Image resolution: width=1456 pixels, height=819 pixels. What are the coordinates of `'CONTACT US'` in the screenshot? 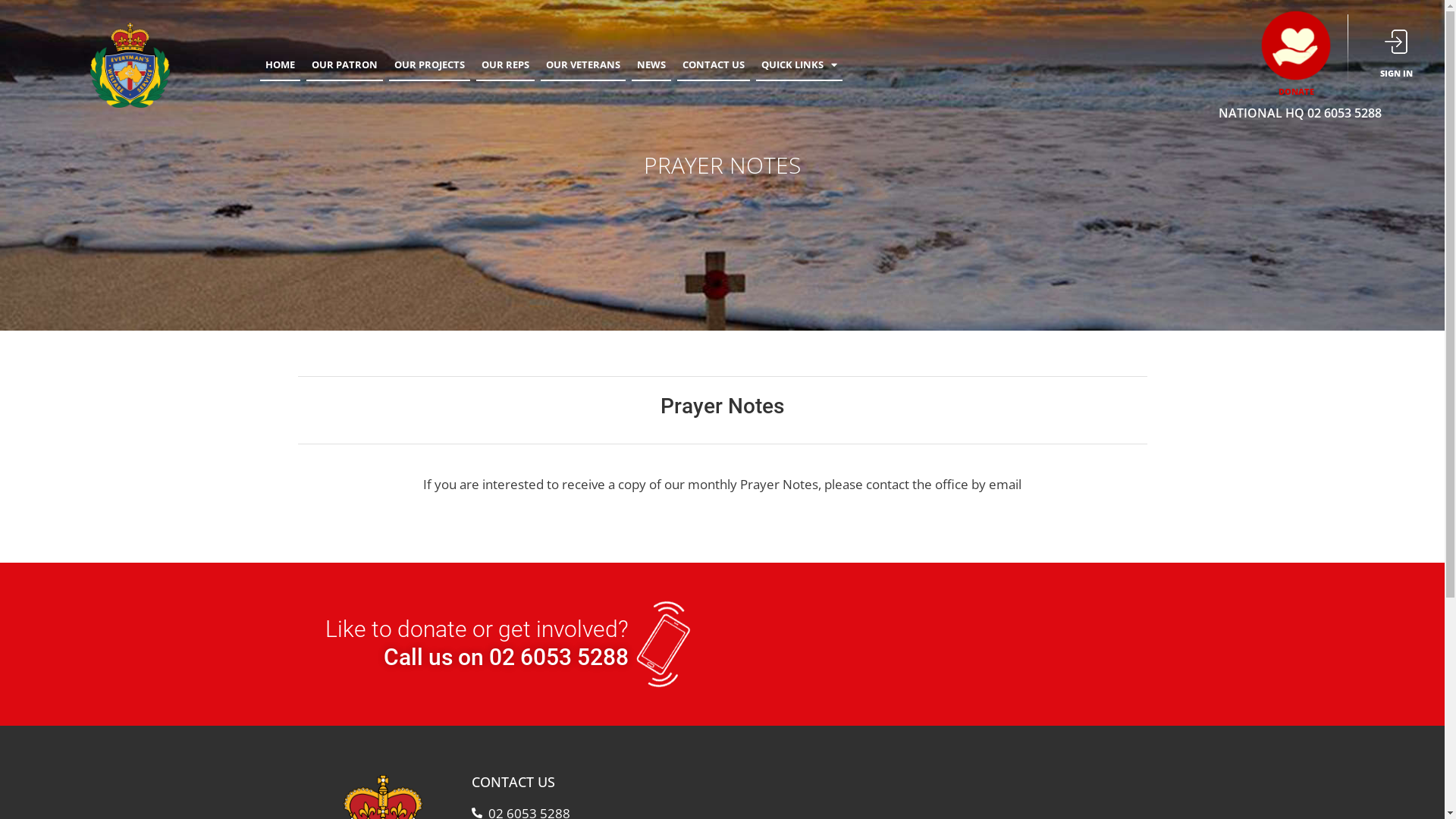 It's located at (676, 64).